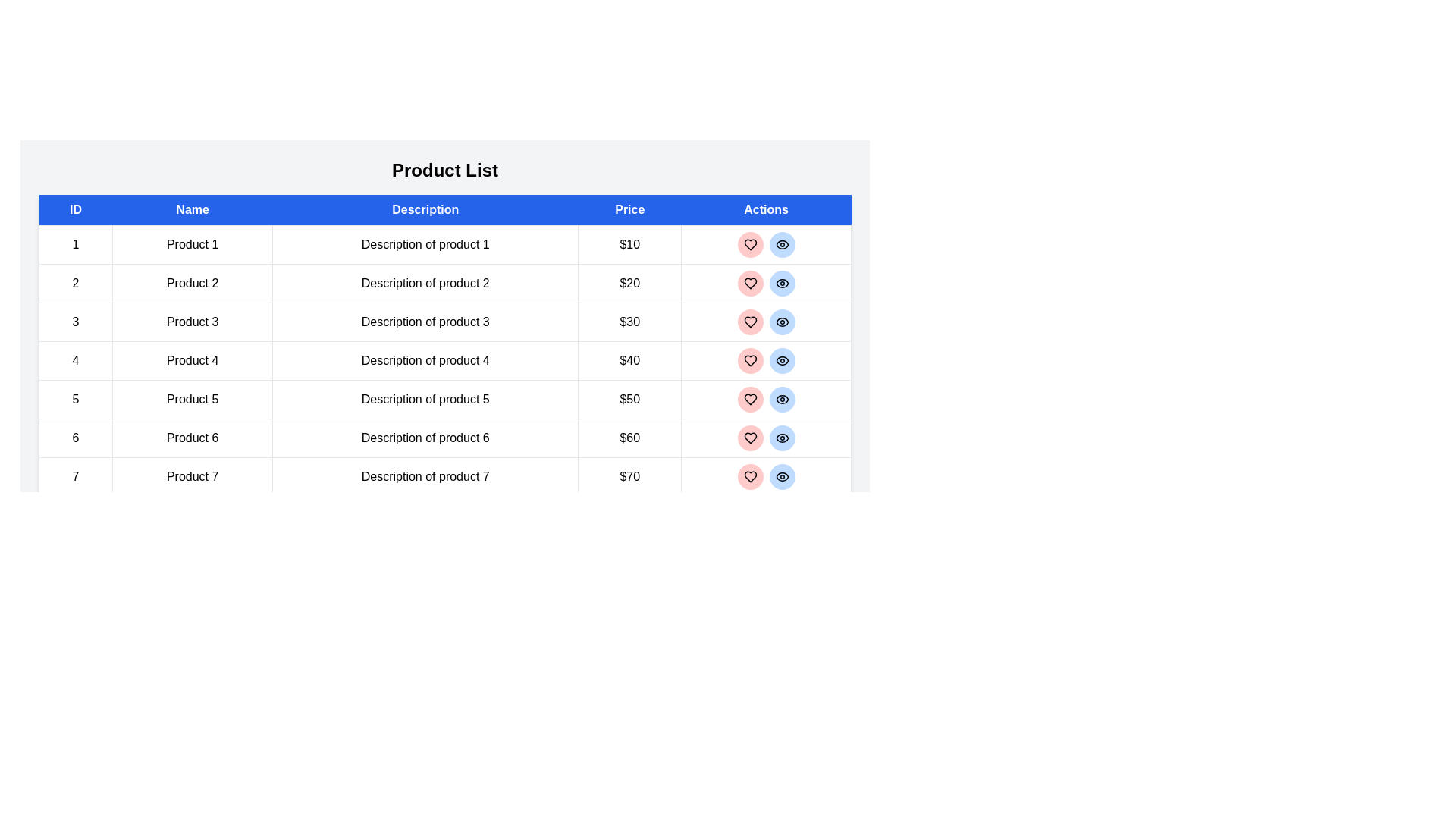 The height and width of the screenshot is (819, 1456). Describe the element at coordinates (444, 475) in the screenshot. I see `the row corresponding to product 7` at that location.